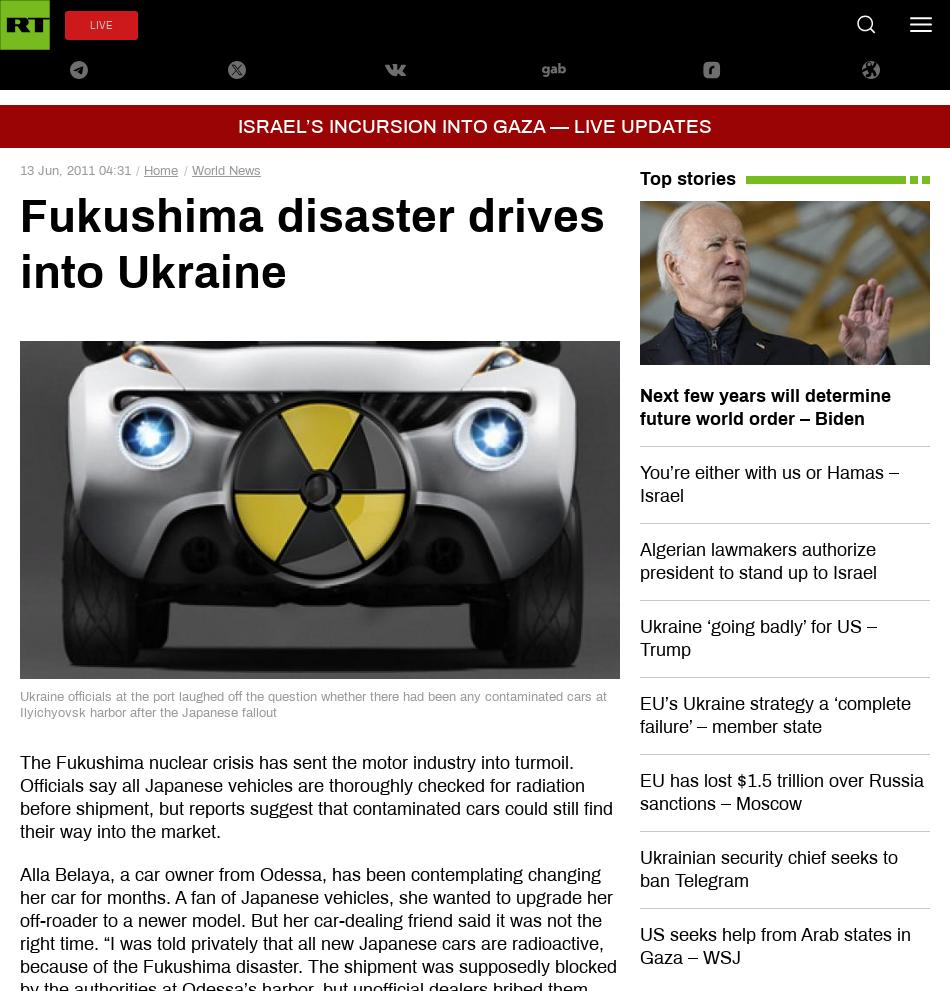 This screenshot has width=950, height=991. I want to click on 'EU has lost $1.5 trillion over Russia sanctions – Moscow', so click(779, 791).